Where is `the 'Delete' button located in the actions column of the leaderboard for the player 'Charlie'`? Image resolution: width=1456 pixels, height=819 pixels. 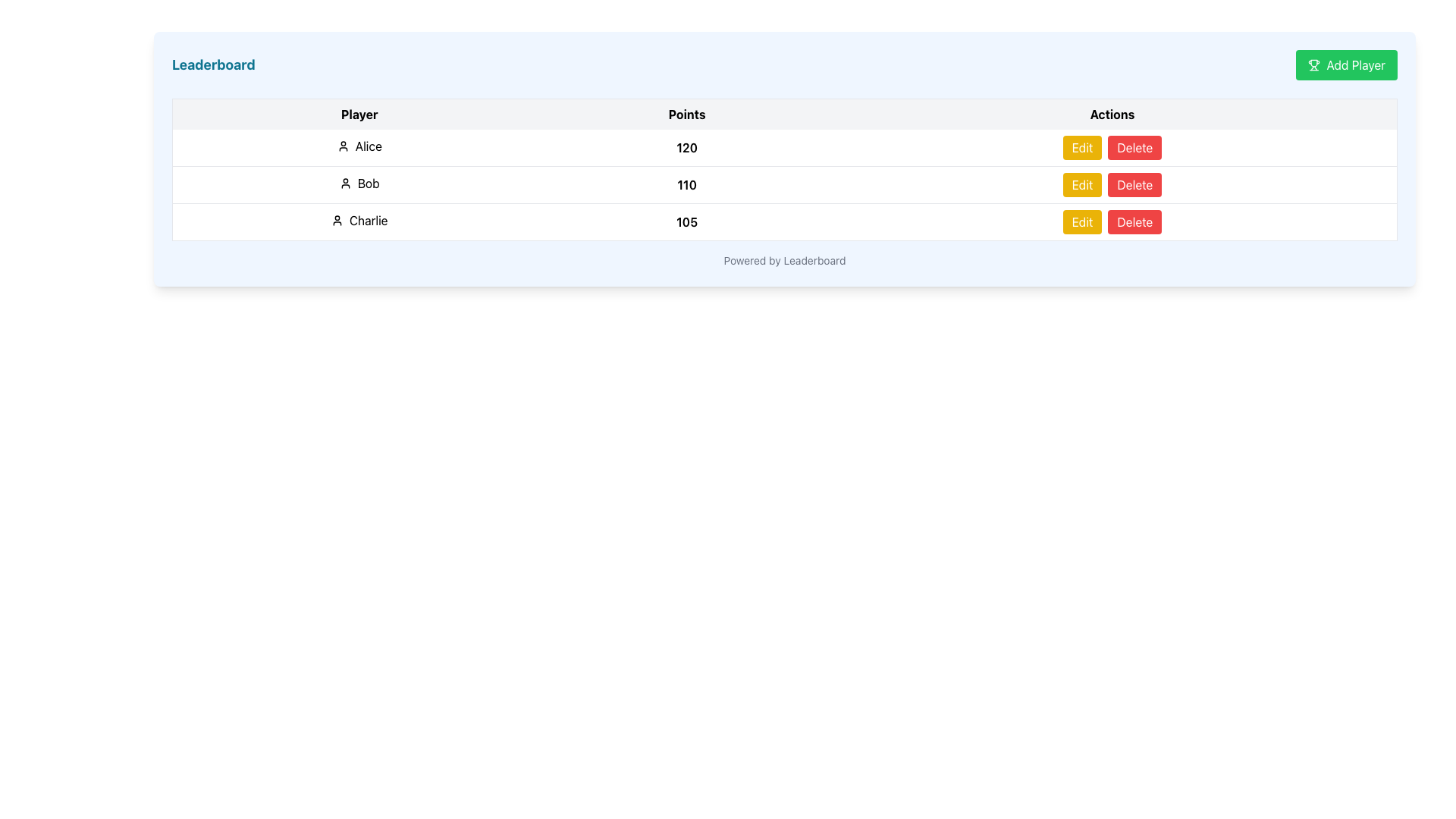 the 'Delete' button located in the actions column of the leaderboard for the player 'Charlie' is located at coordinates (1134, 222).